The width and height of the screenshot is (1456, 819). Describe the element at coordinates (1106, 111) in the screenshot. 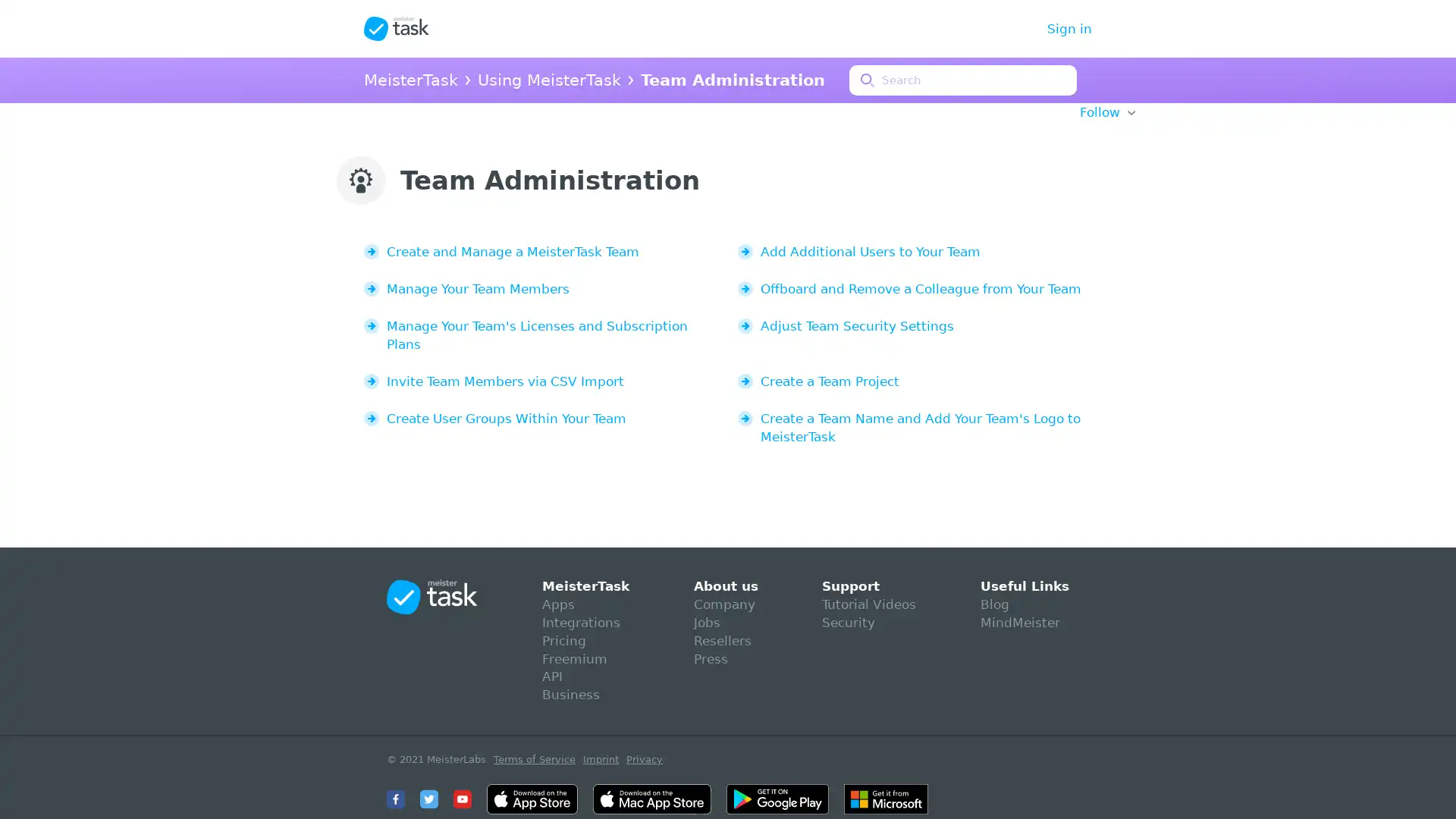

I see `Follow` at that location.